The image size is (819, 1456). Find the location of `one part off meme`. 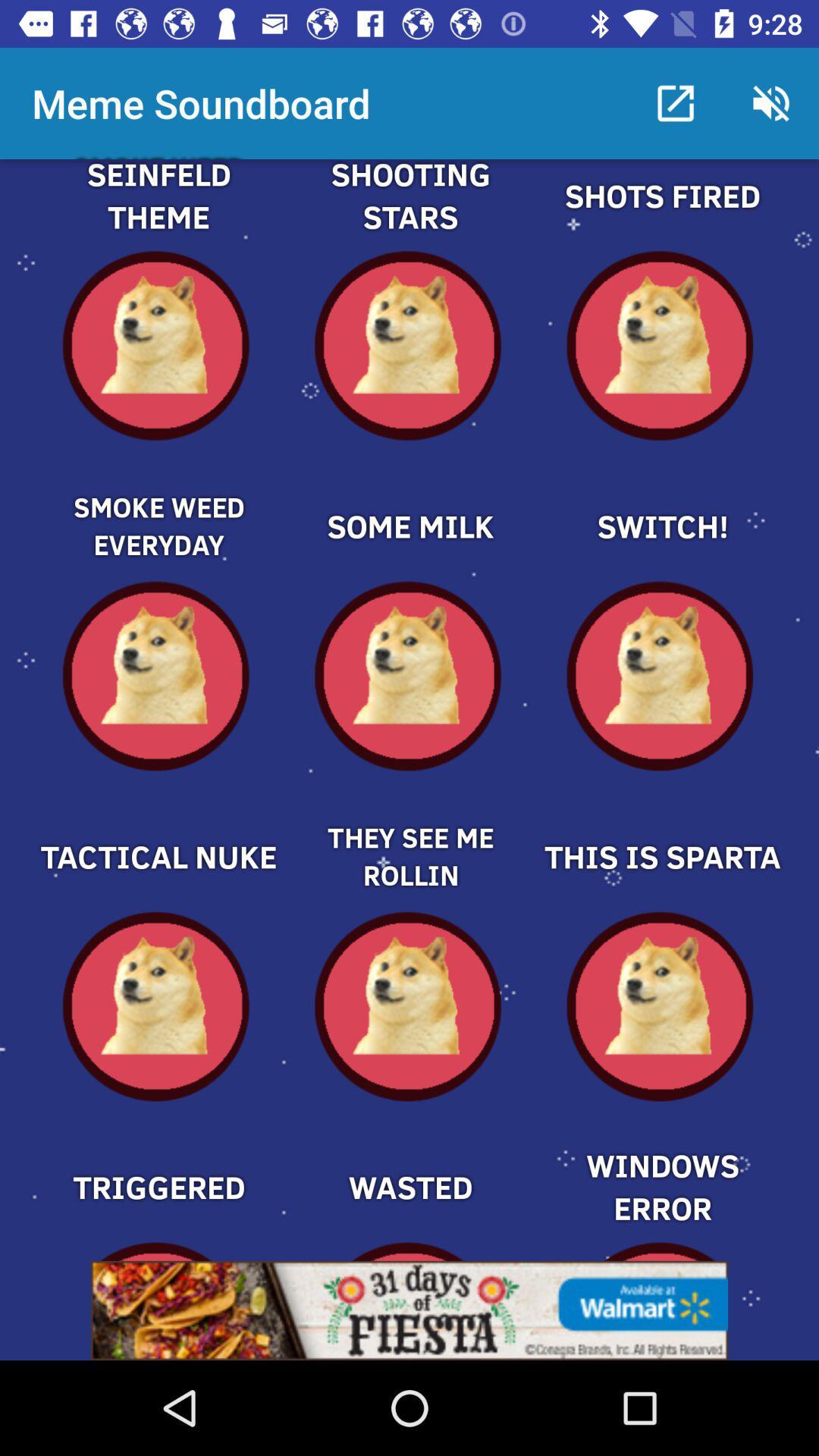

one part off meme is located at coordinates (661, 500).